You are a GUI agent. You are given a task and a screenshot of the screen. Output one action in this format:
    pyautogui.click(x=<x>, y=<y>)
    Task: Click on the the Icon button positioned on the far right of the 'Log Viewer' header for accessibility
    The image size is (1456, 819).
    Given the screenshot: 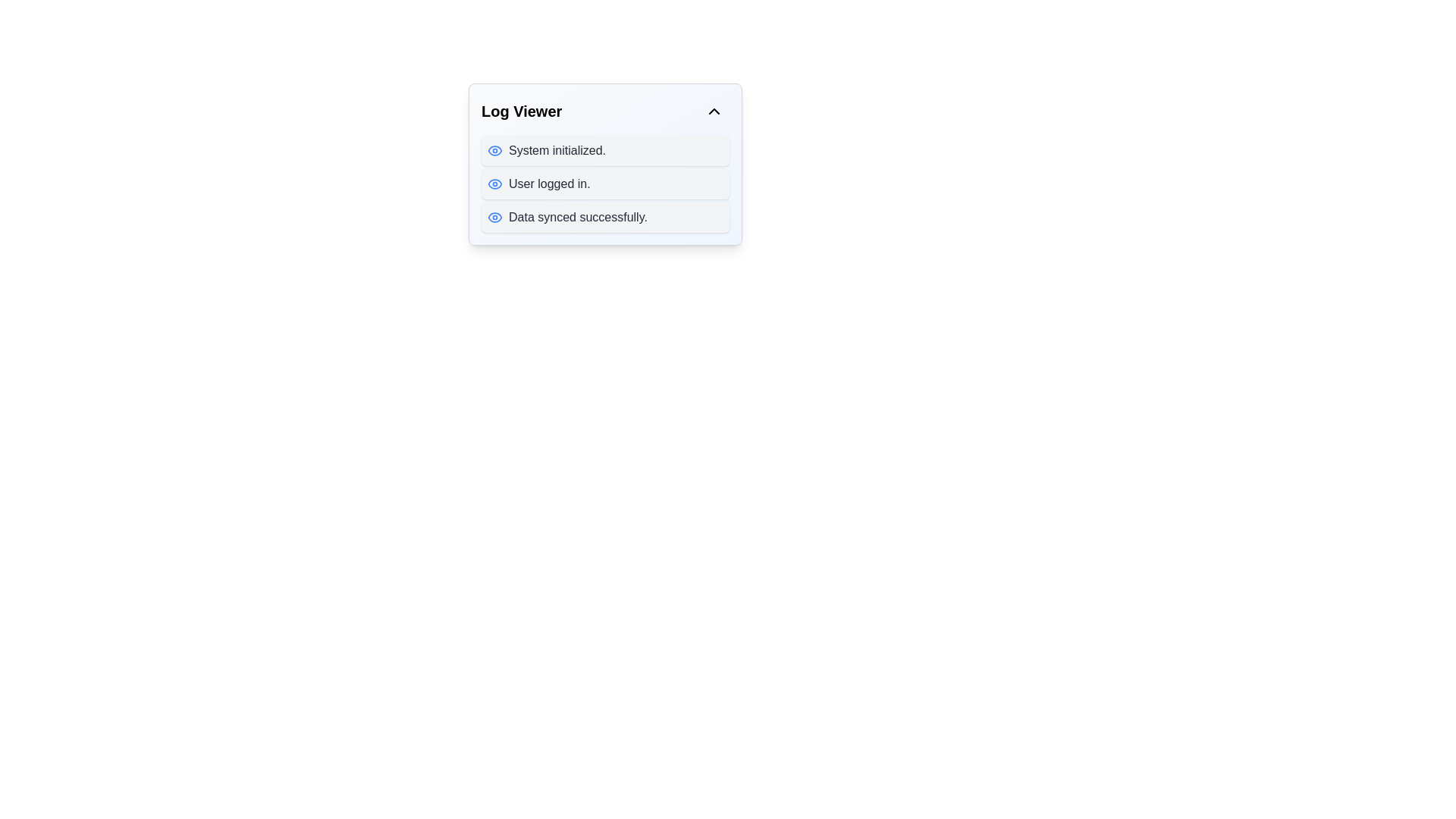 What is the action you would take?
    pyautogui.click(x=713, y=110)
    